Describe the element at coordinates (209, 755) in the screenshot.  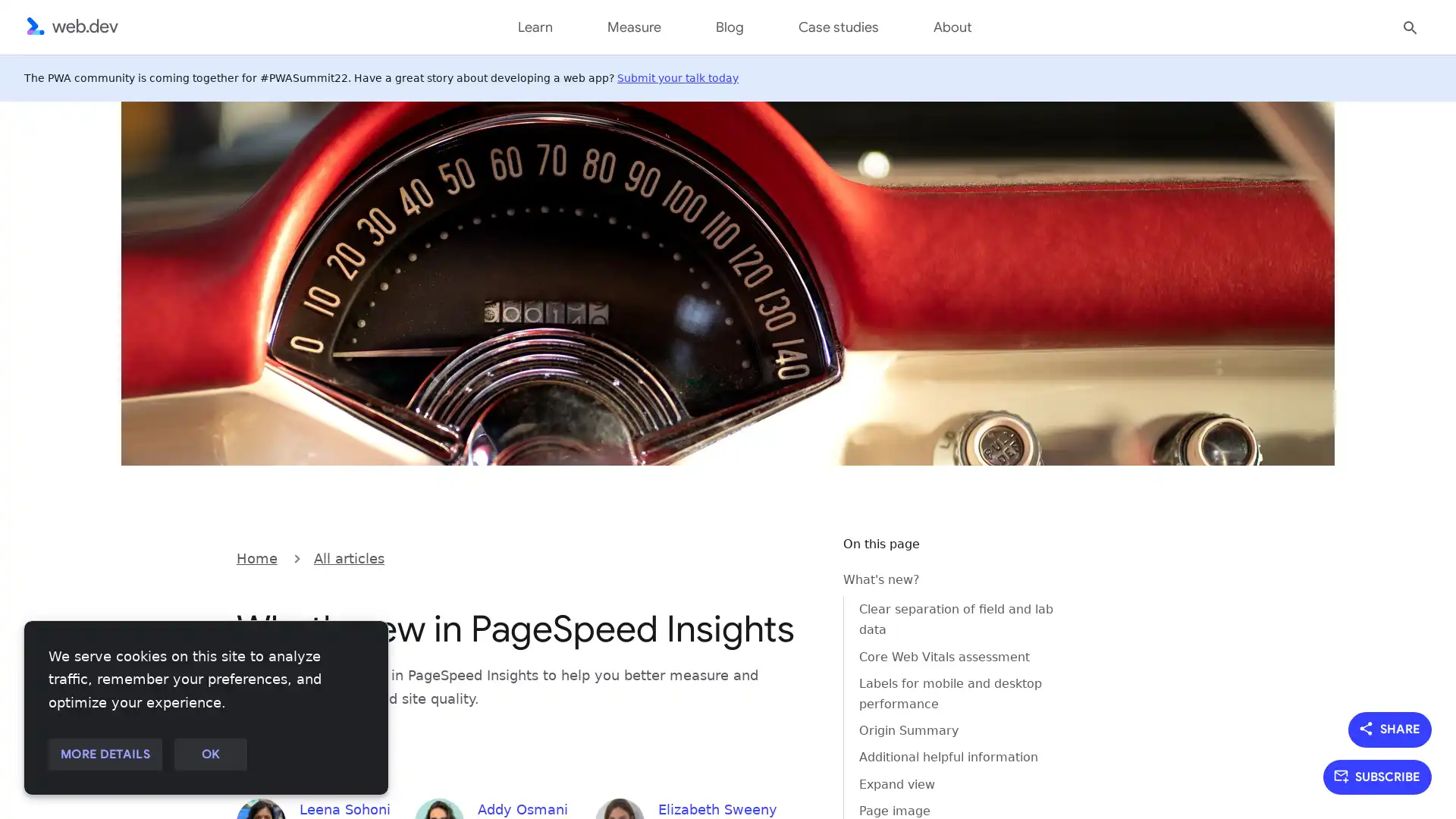
I see `OK` at that location.